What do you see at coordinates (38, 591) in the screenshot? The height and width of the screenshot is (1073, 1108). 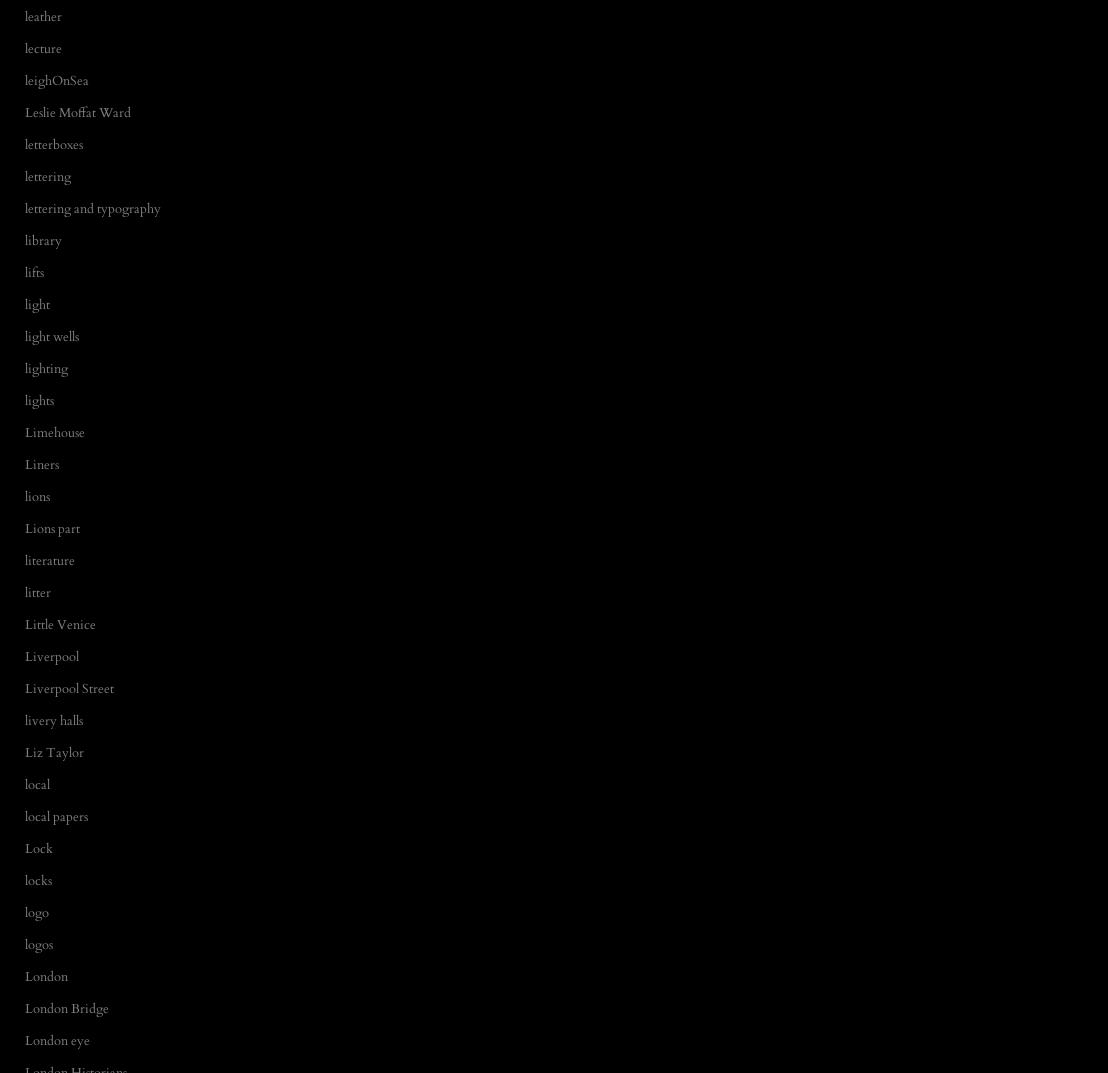 I see `'litter'` at bounding box center [38, 591].